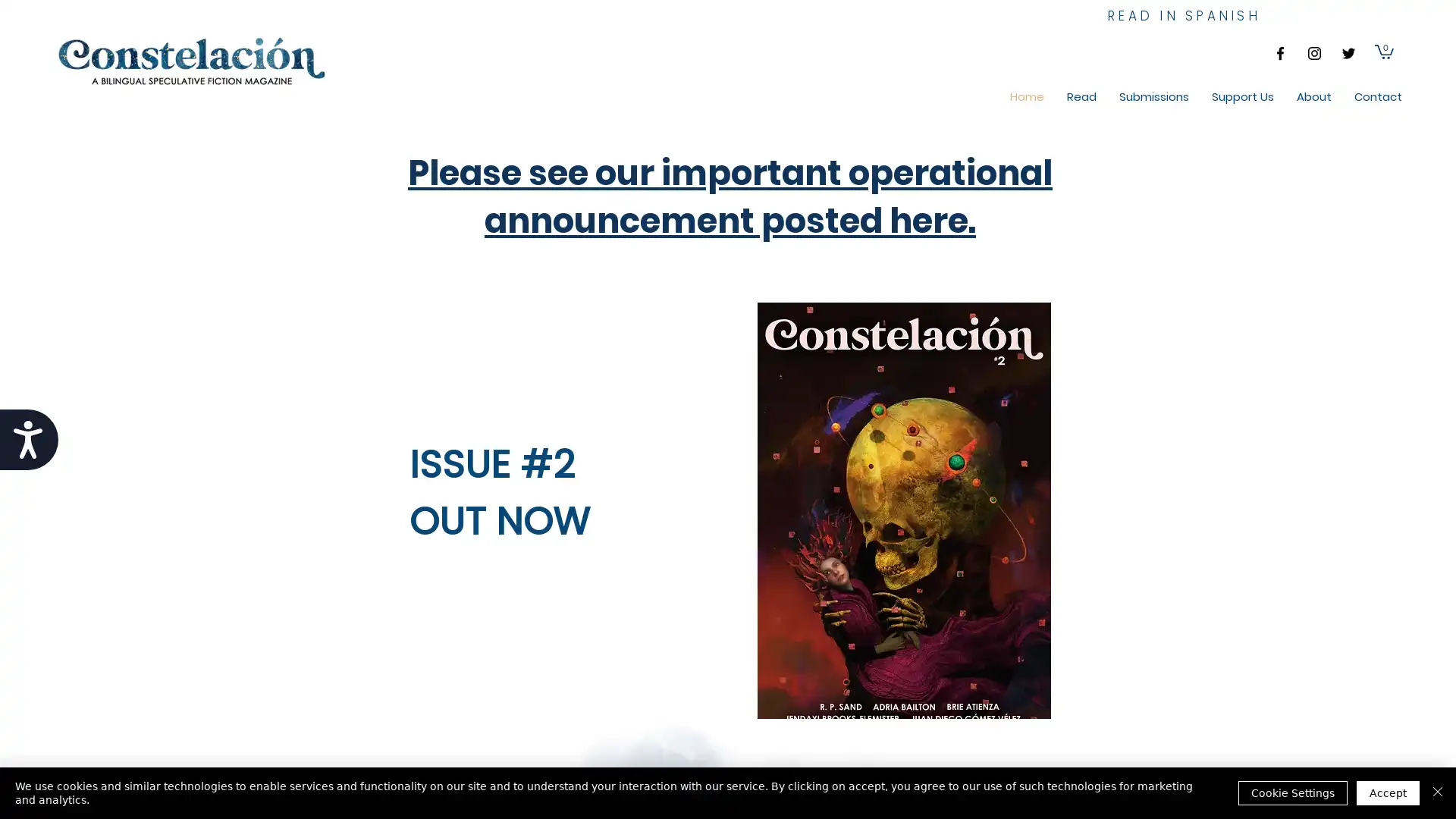 The image size is (1456, 819). What do you see at coordinates (1437, 792) in the screenshot?
I see `Close` at bounding box center [1437, 792].